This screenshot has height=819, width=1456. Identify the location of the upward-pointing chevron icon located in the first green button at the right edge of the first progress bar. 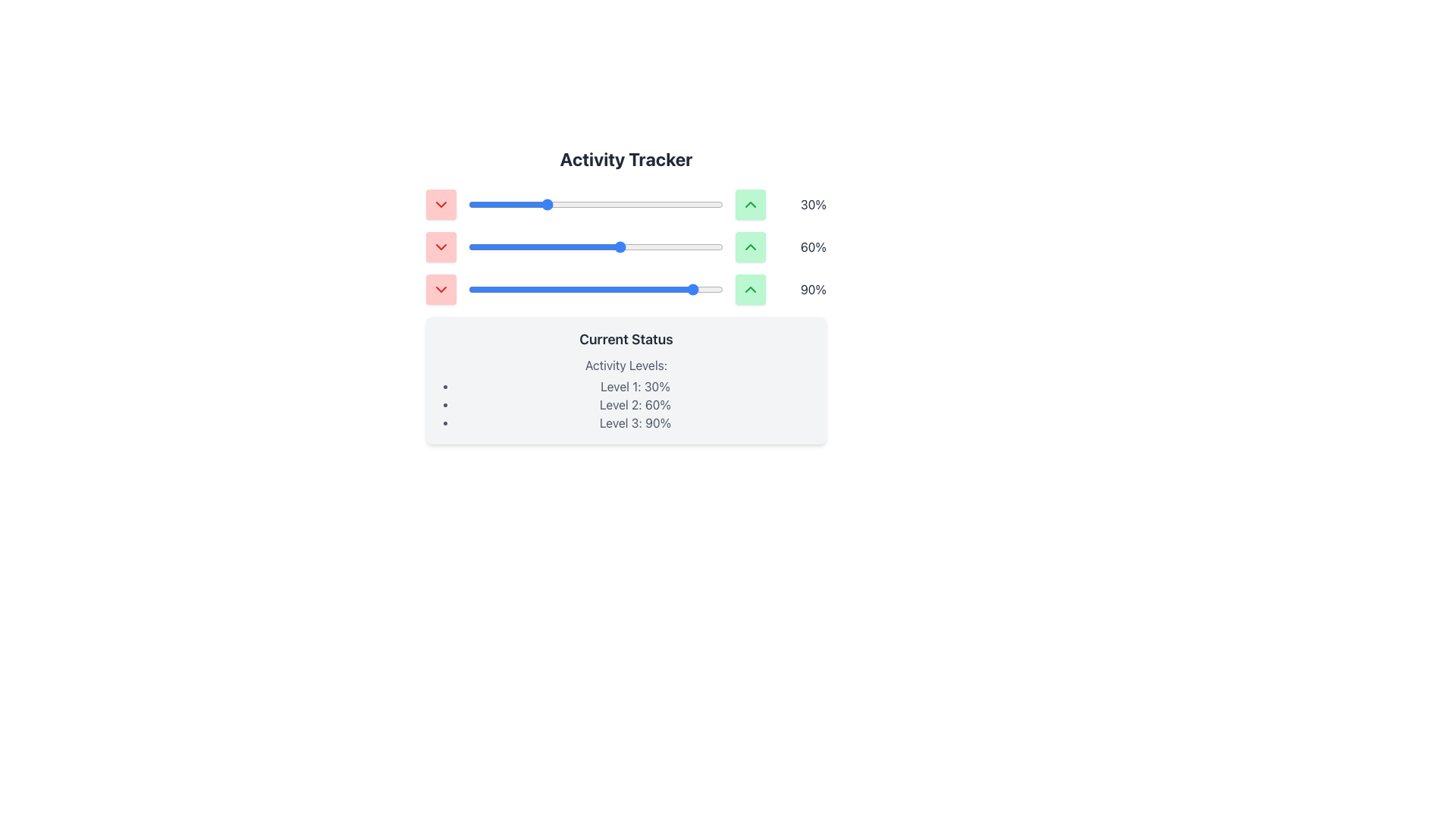
(750, 205).